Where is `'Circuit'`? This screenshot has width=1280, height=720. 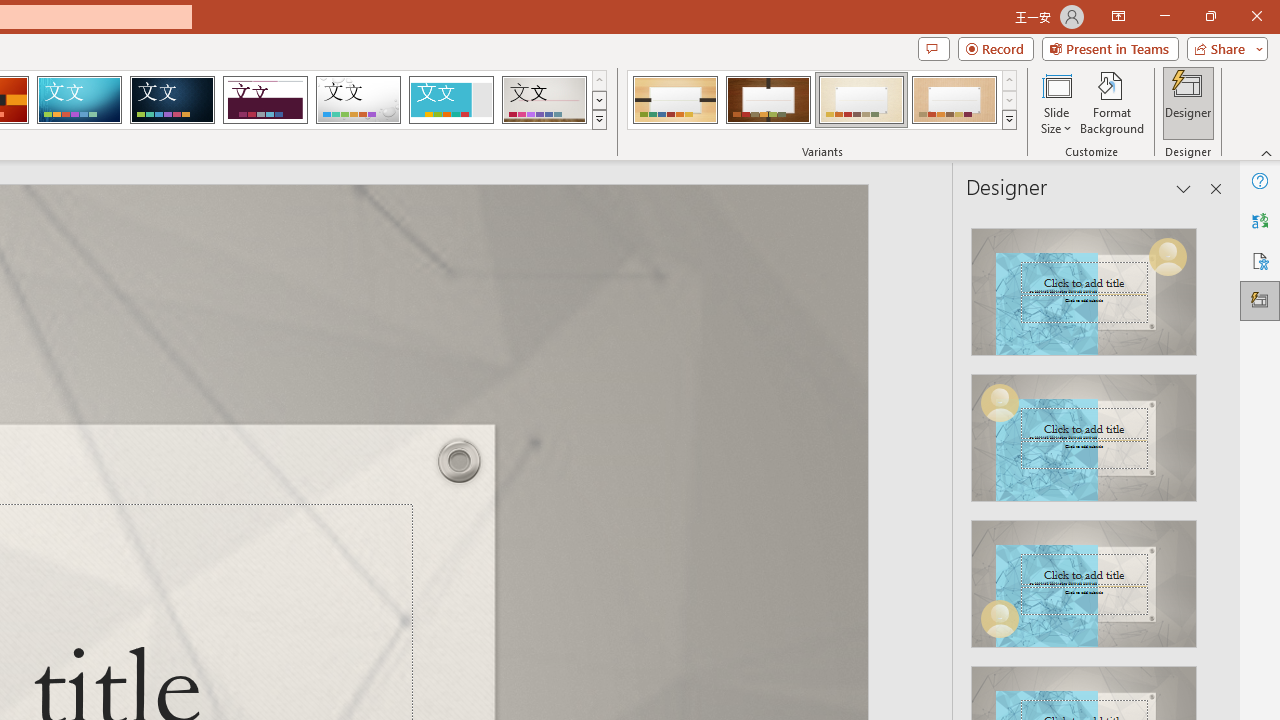
'Circuit' is located at coordinates (79, 100).